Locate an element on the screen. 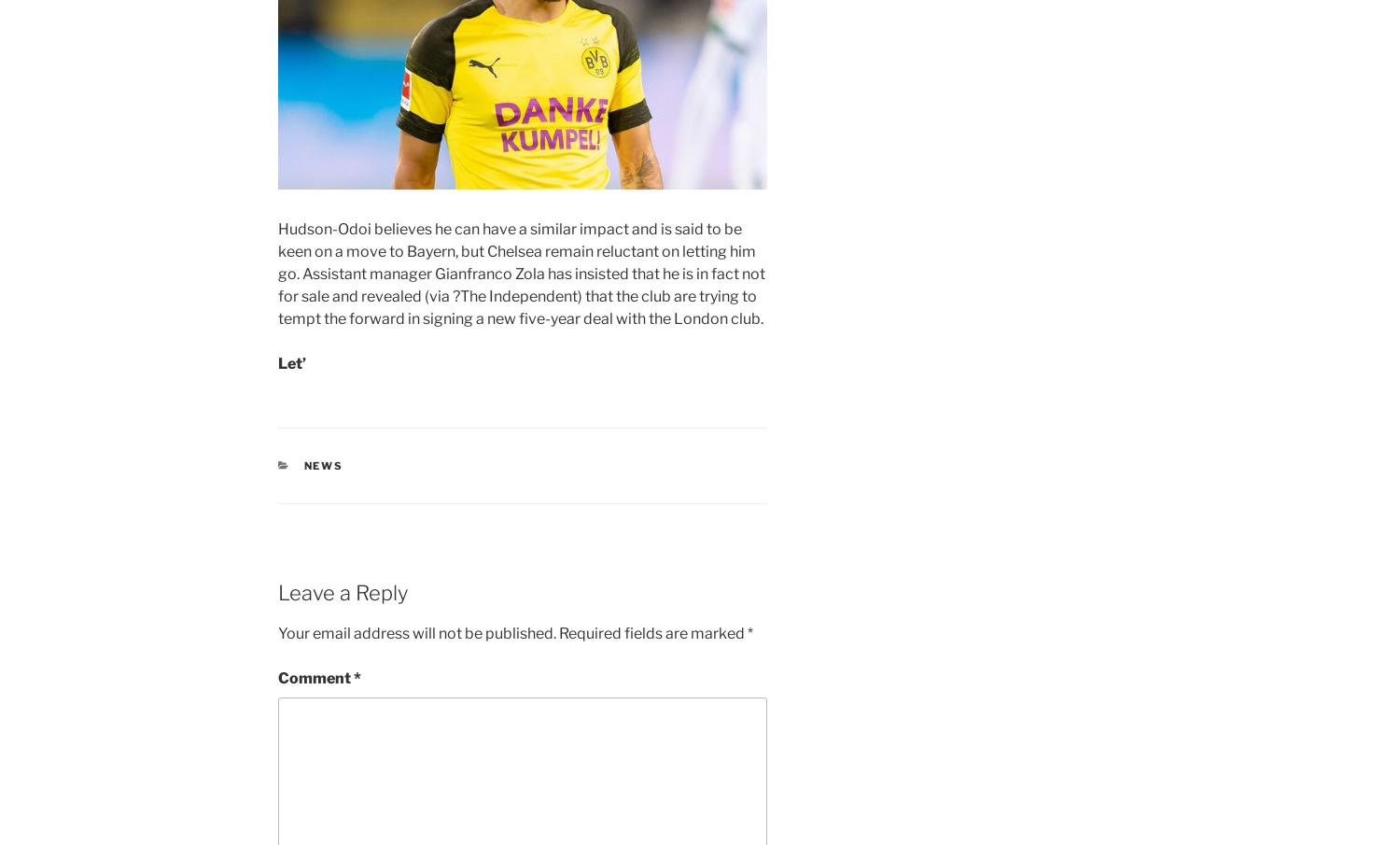 This screenshot has height=845, width=1400. '?The Independent' is located at coordinates (451, 294).